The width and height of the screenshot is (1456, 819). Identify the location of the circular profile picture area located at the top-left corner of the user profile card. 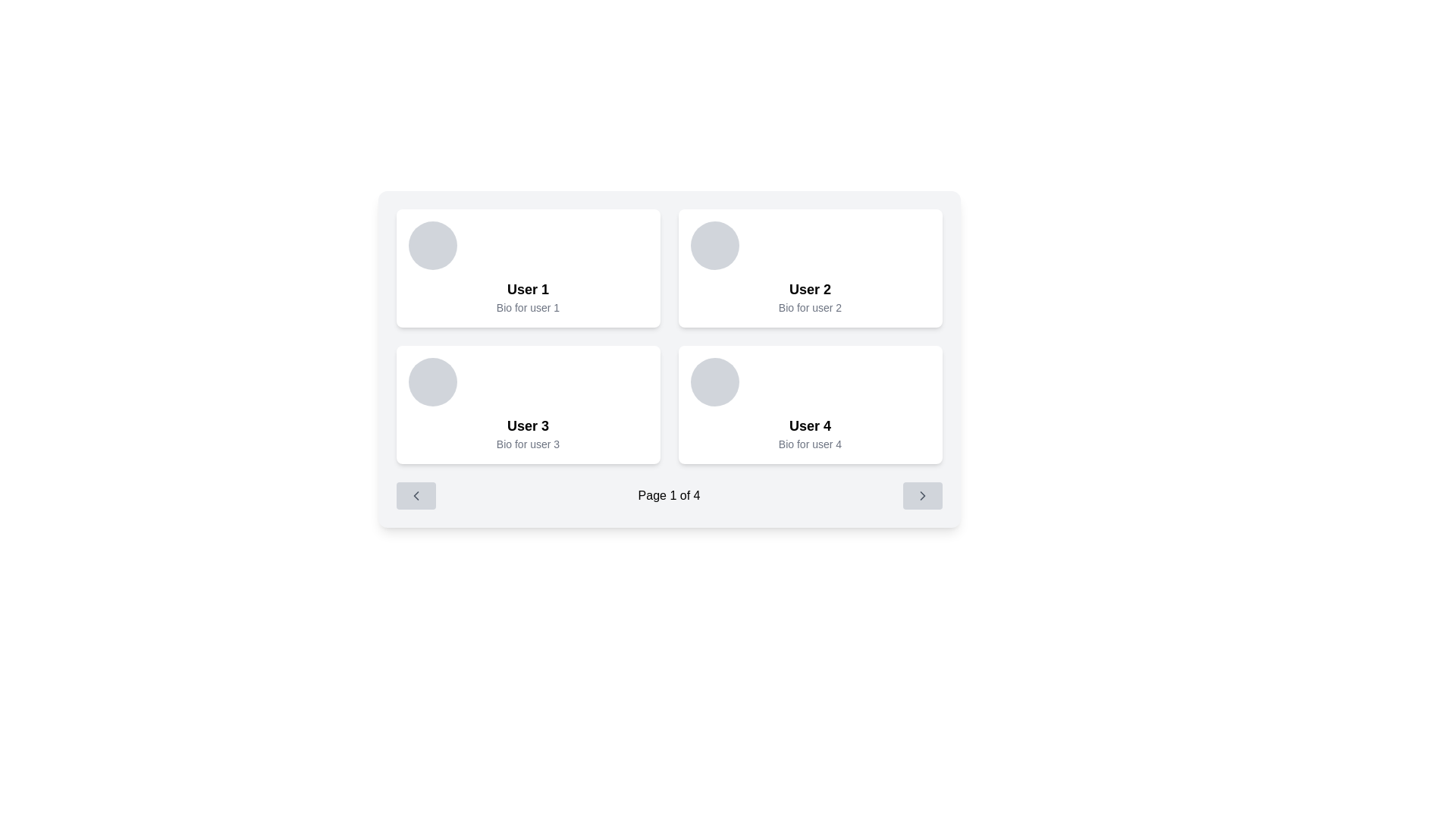
(714, 381).